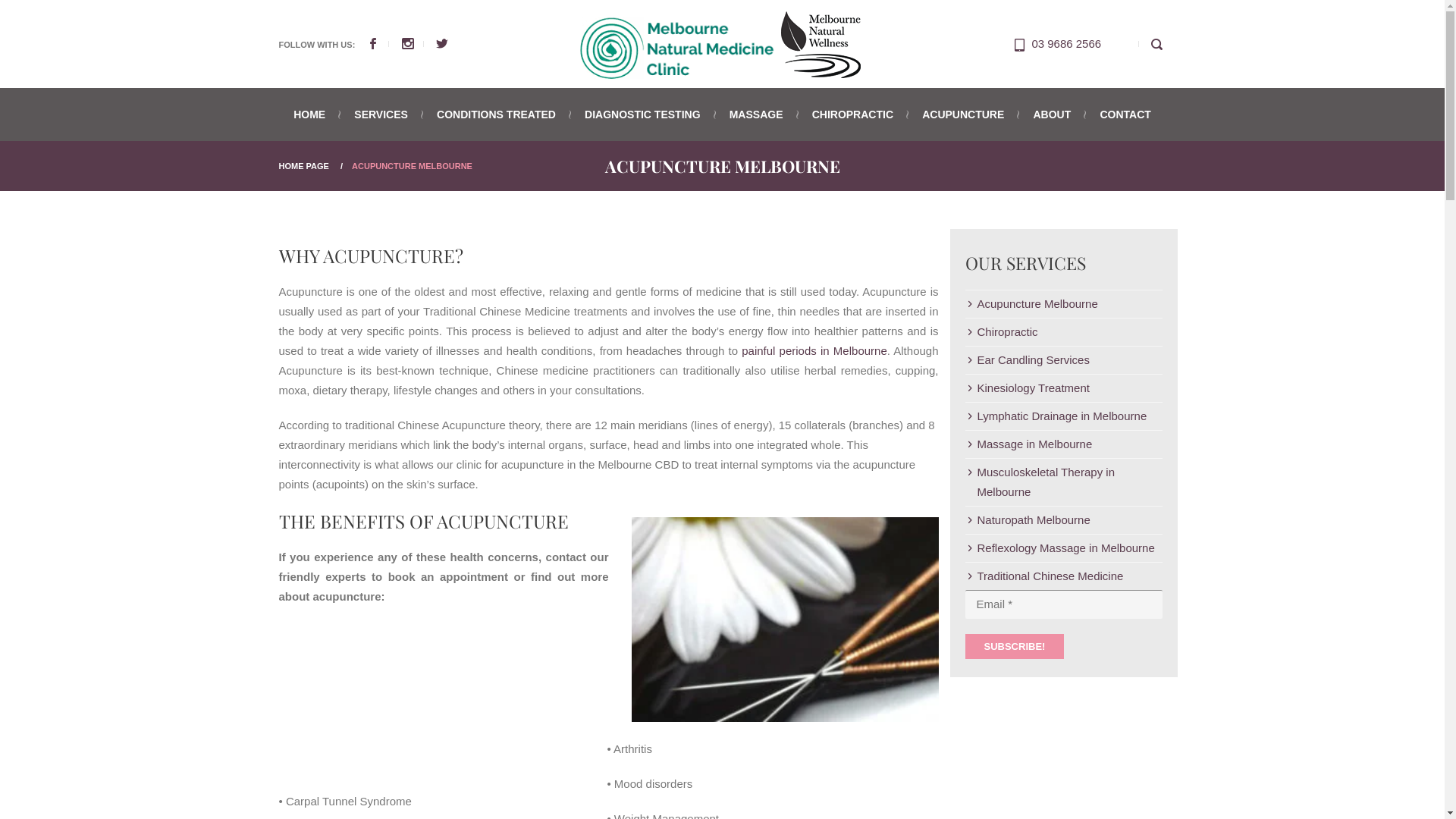 Image resolution: width=1456 pixels, height=819 pixels. What do you see at coordinates (441, 43) in the screenshot?
I see `'Twitter'` at bounding box center [441, 43].